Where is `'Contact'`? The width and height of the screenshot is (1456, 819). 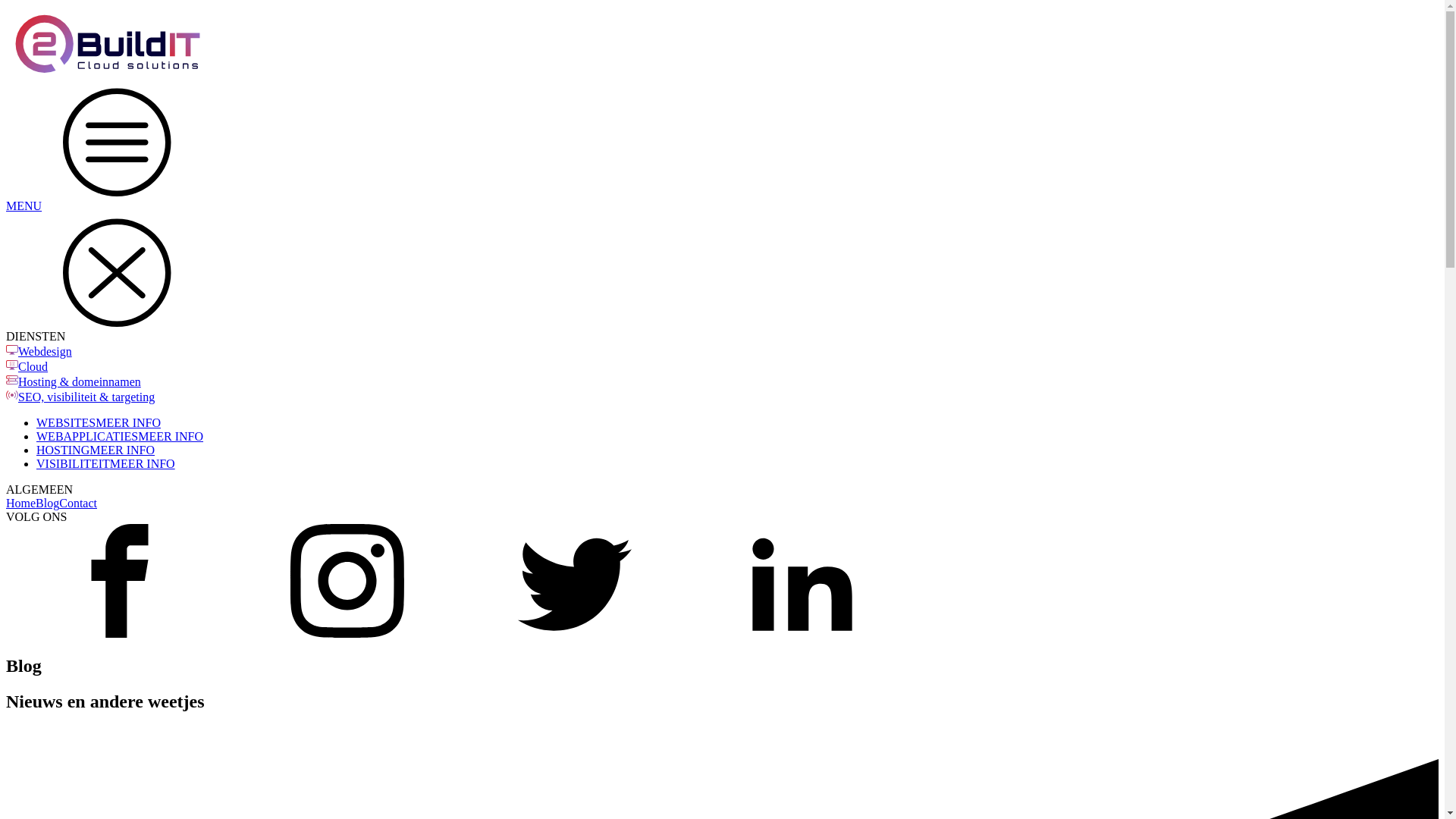 'Contact' is located at coordinates (77, 503).